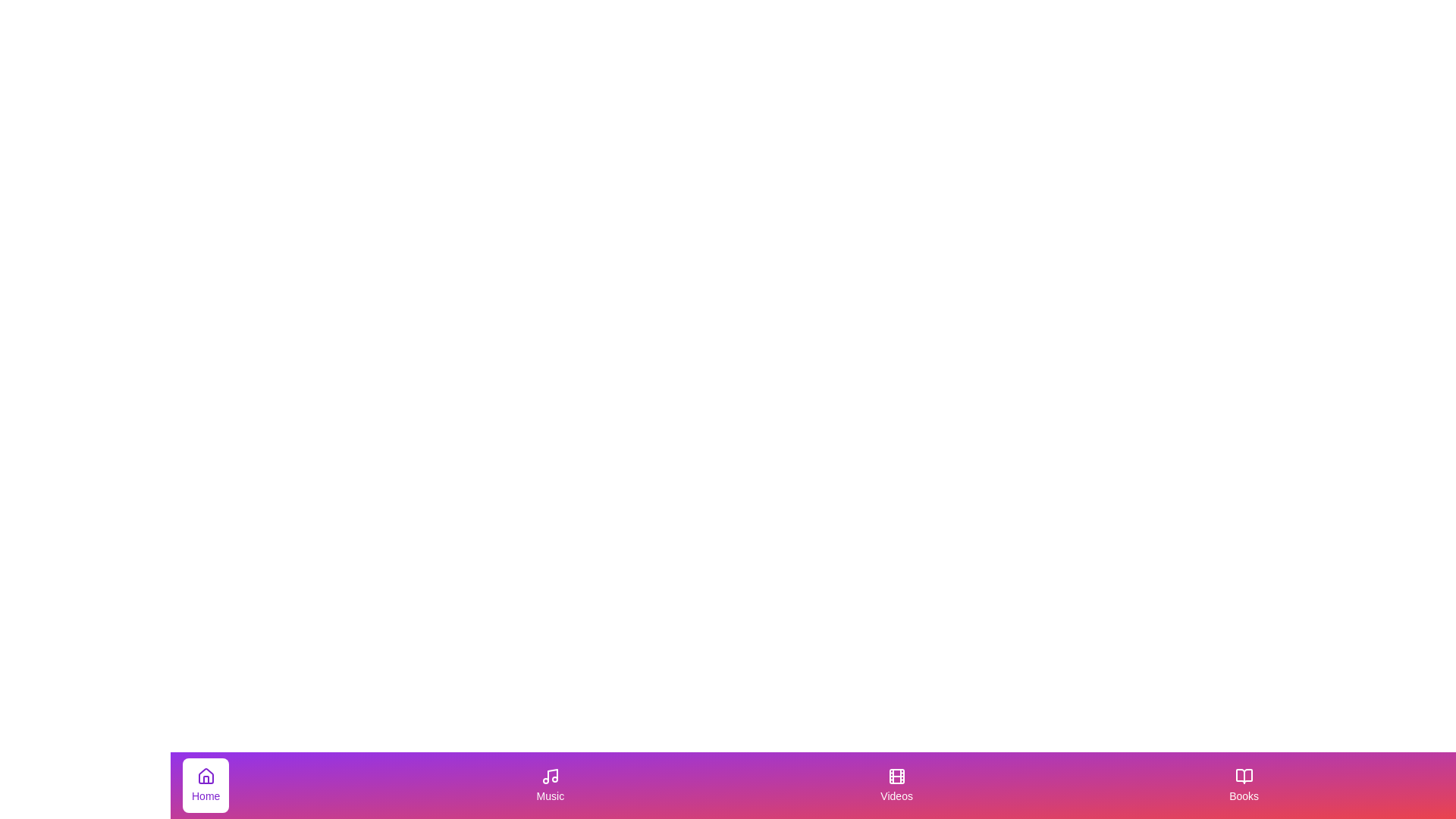 The width and height of the screenshot is (1456, 819). What do you see at coordinates (1244, 785) in the screenshot?
I see `the tab labeled Books by clicking on it` at bounding box center [1244, 785].